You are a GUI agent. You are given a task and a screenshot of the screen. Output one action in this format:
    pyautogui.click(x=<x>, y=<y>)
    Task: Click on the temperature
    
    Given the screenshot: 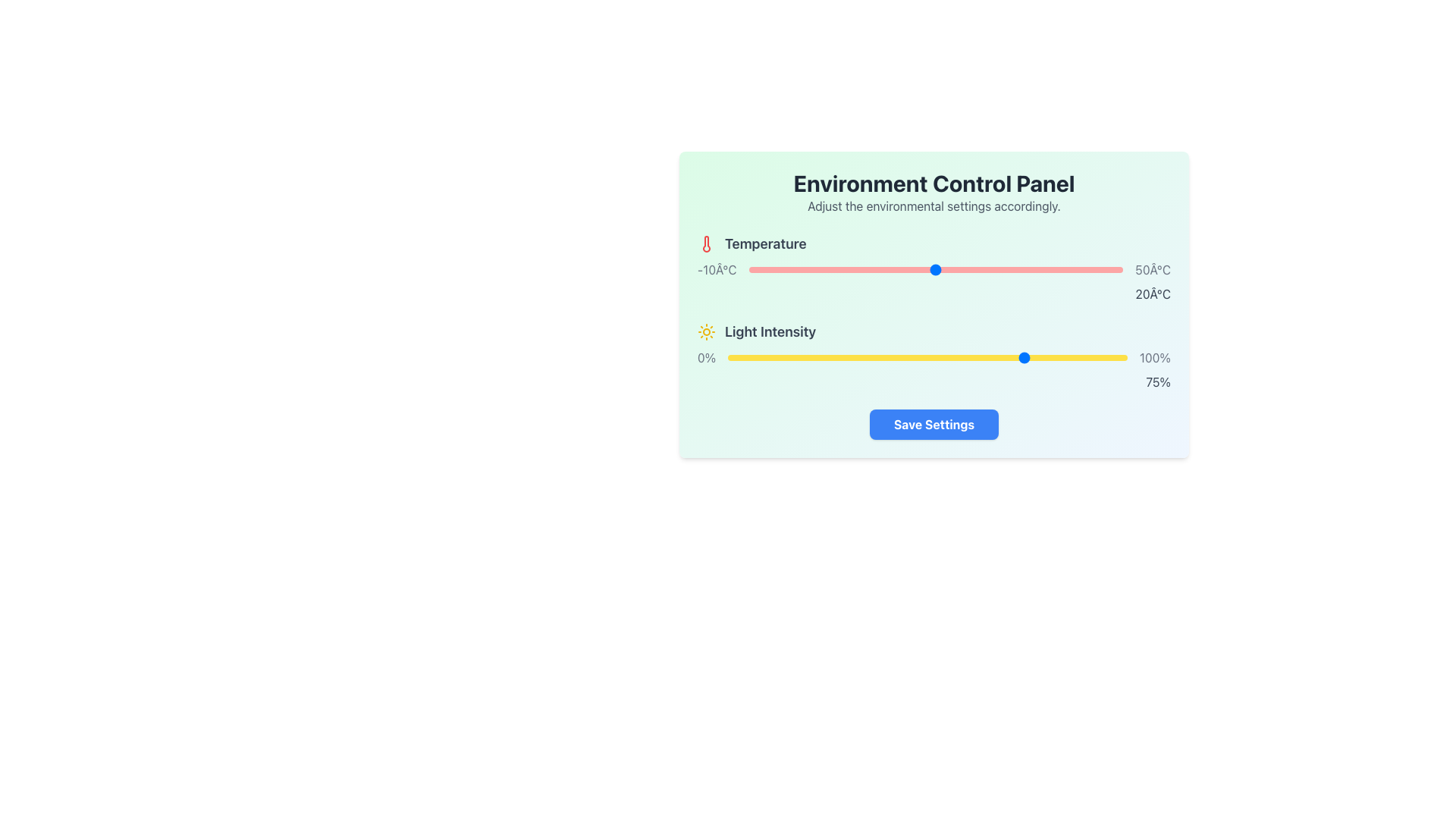 What is the action you would take?
    pyautogui.click(x=886, y=268)
    